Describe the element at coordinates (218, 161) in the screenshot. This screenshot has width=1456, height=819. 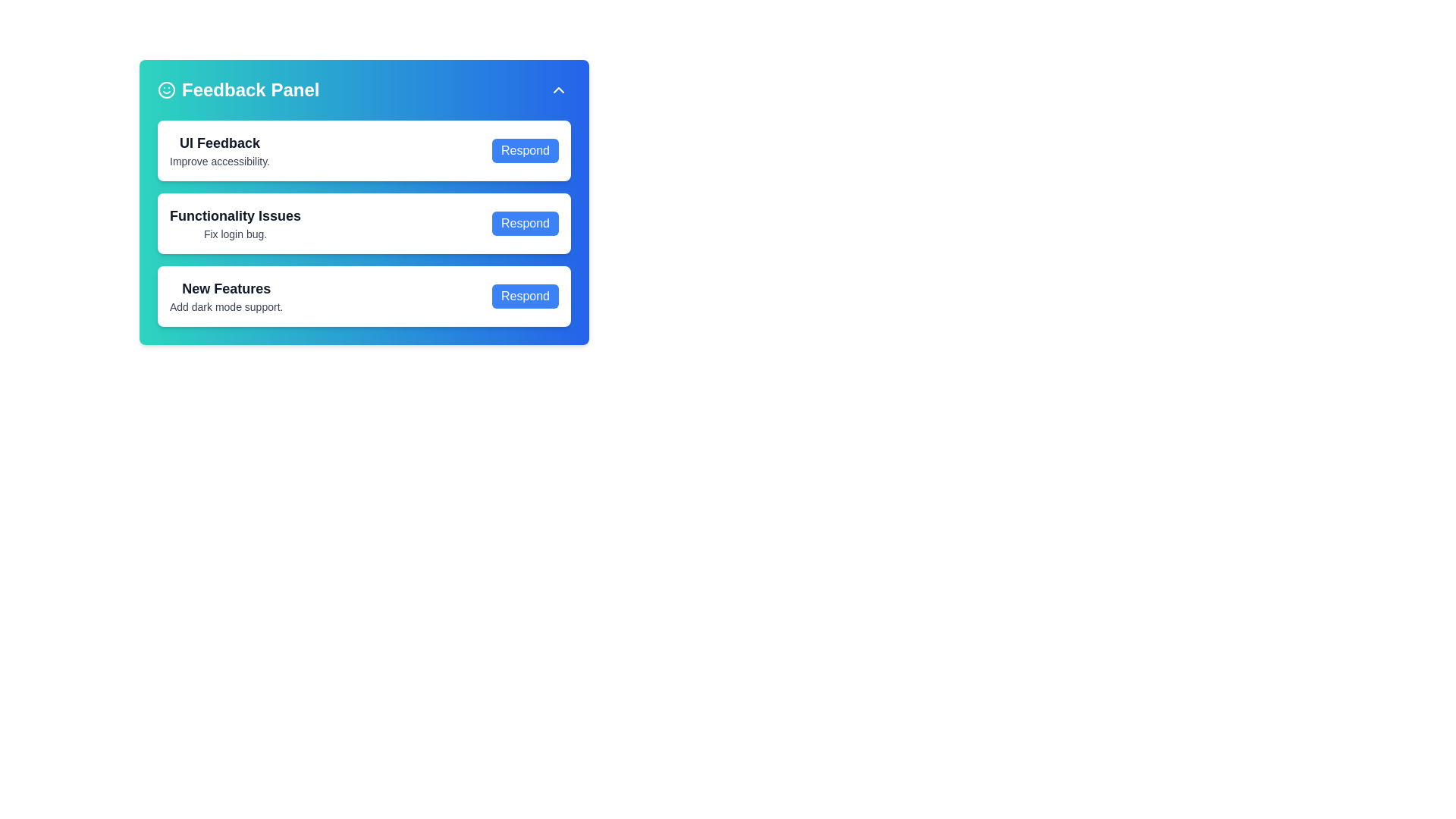
I see `descriptive text label located under the 'UI Feedback' section, specifically the second line of content in the feedback panel interface` at that location.